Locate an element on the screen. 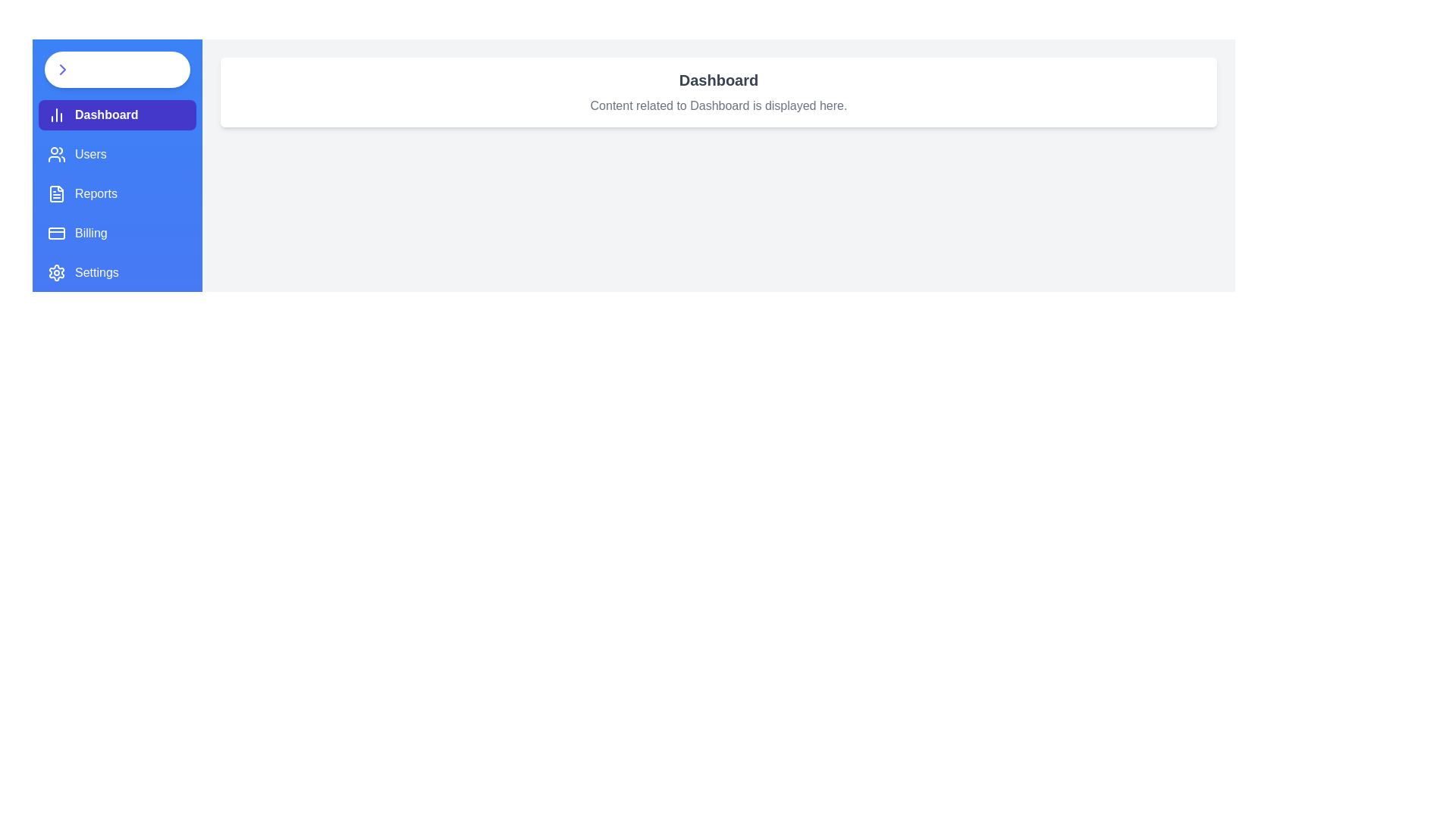 The image size is (1456, 819). the arrow button to toggle the drawer's state is located at coordinates (116, 70).